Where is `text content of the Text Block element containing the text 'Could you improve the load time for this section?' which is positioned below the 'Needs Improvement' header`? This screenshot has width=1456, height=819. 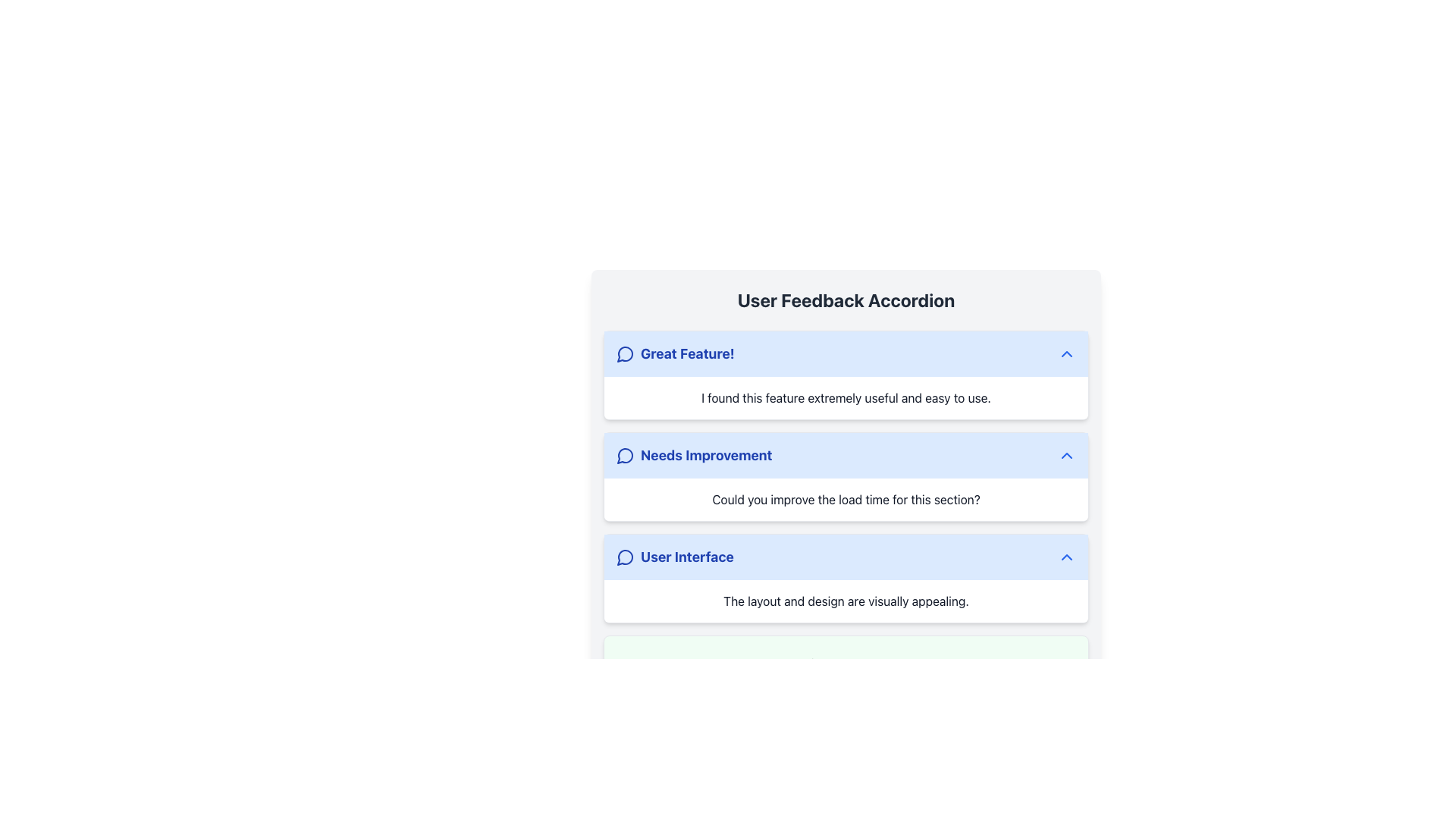
text content of the Text Block element containing the text 'Could you improve the load time for this section?' which is positioned below the 'Needs Improvement' header is located at coordinates (846, 500).